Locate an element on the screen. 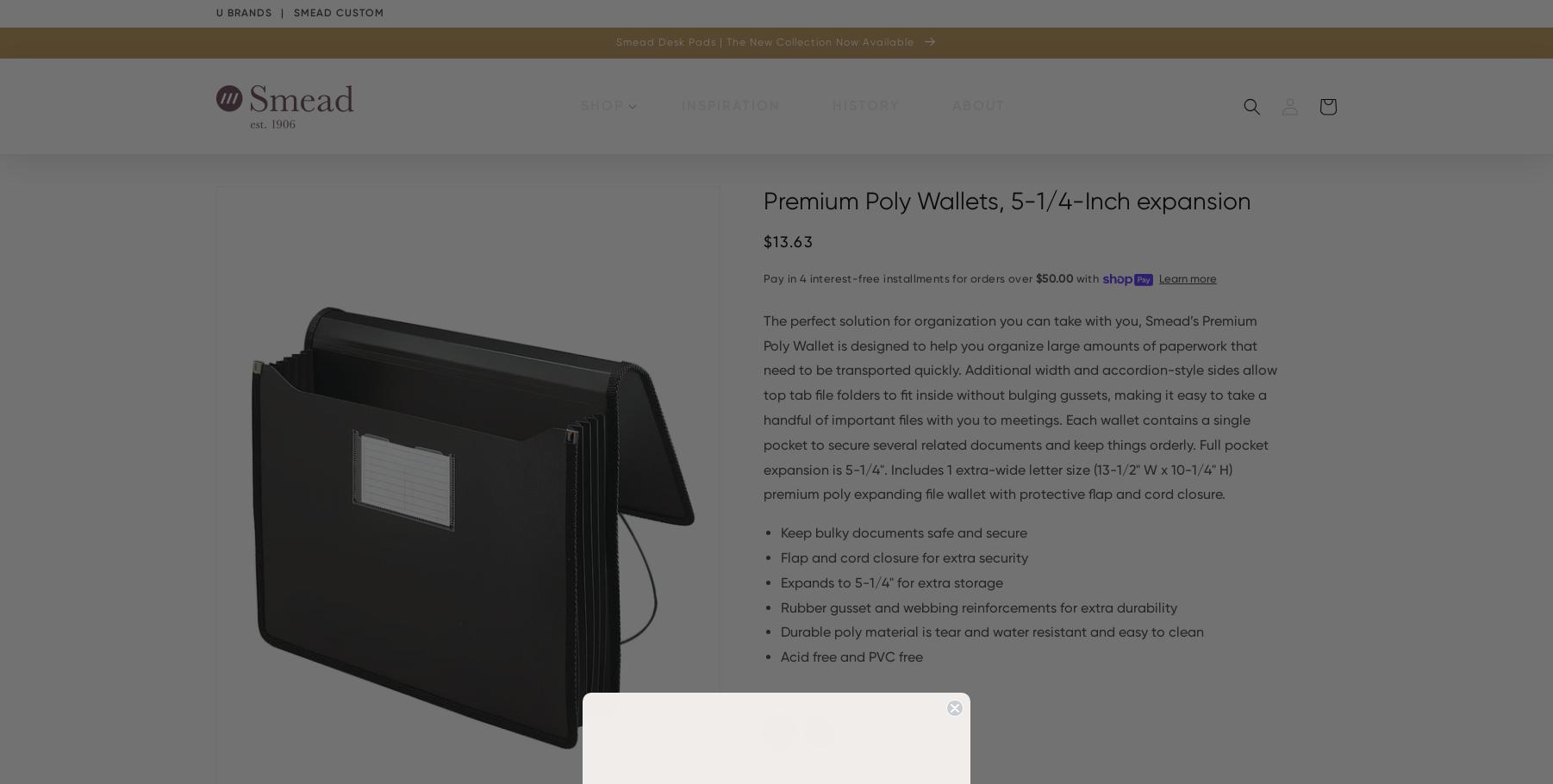 This screenshot has height=784, width=1553. 'Hanging File Folders' is located at coordinates (928, 174).